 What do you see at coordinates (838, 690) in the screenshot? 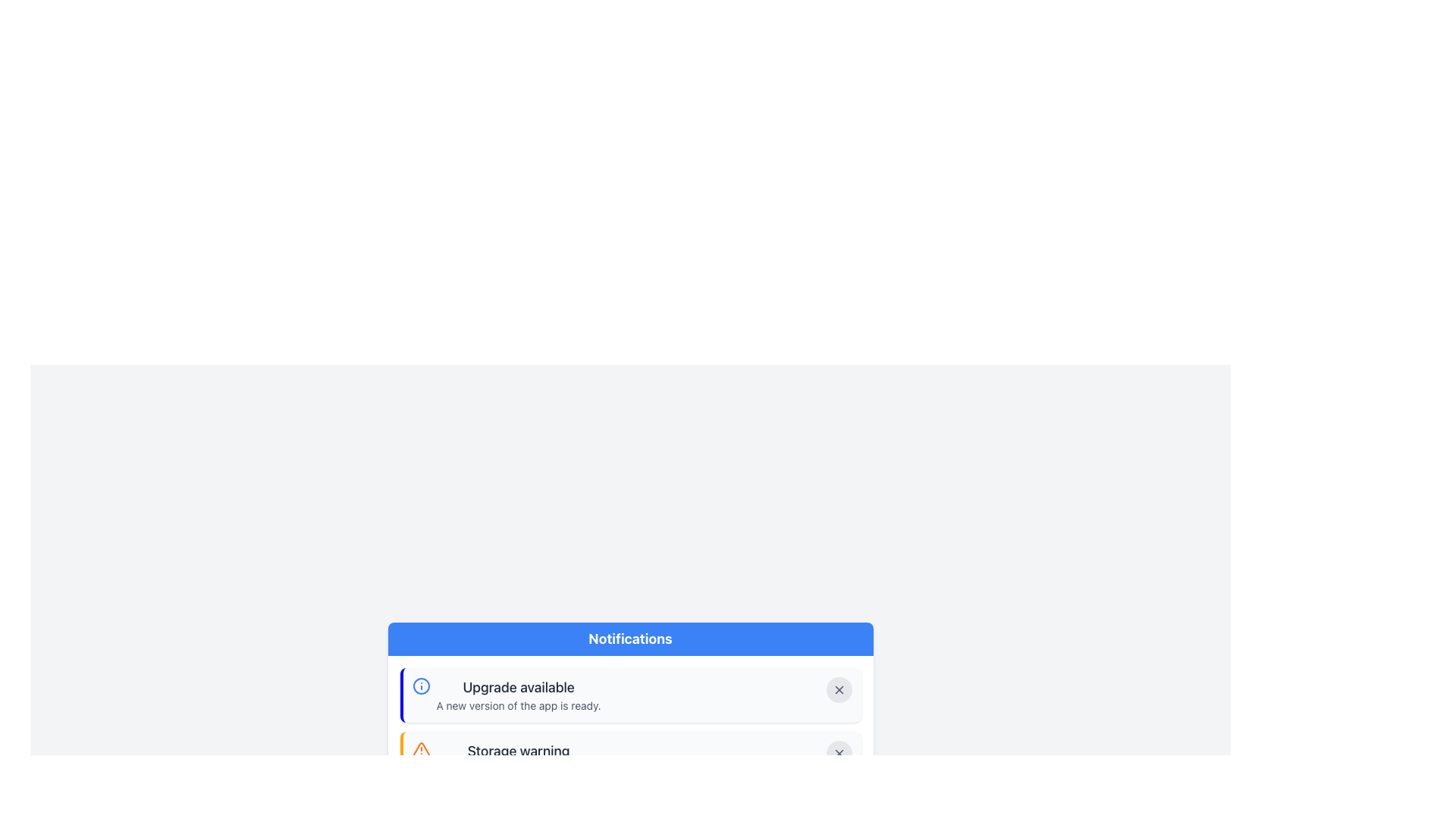
I see `the dismiss button located at the top-right corner of the notification card displaying 'Upgrade available' and 'A new version of the app is ready'` at bounding box center [838, 690].